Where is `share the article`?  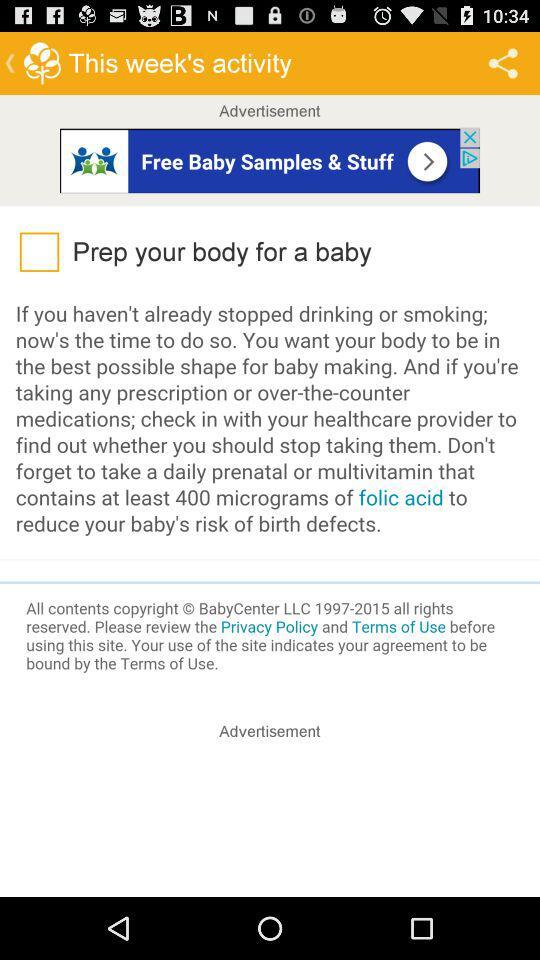
share the article is located at coordinates (270, 822).